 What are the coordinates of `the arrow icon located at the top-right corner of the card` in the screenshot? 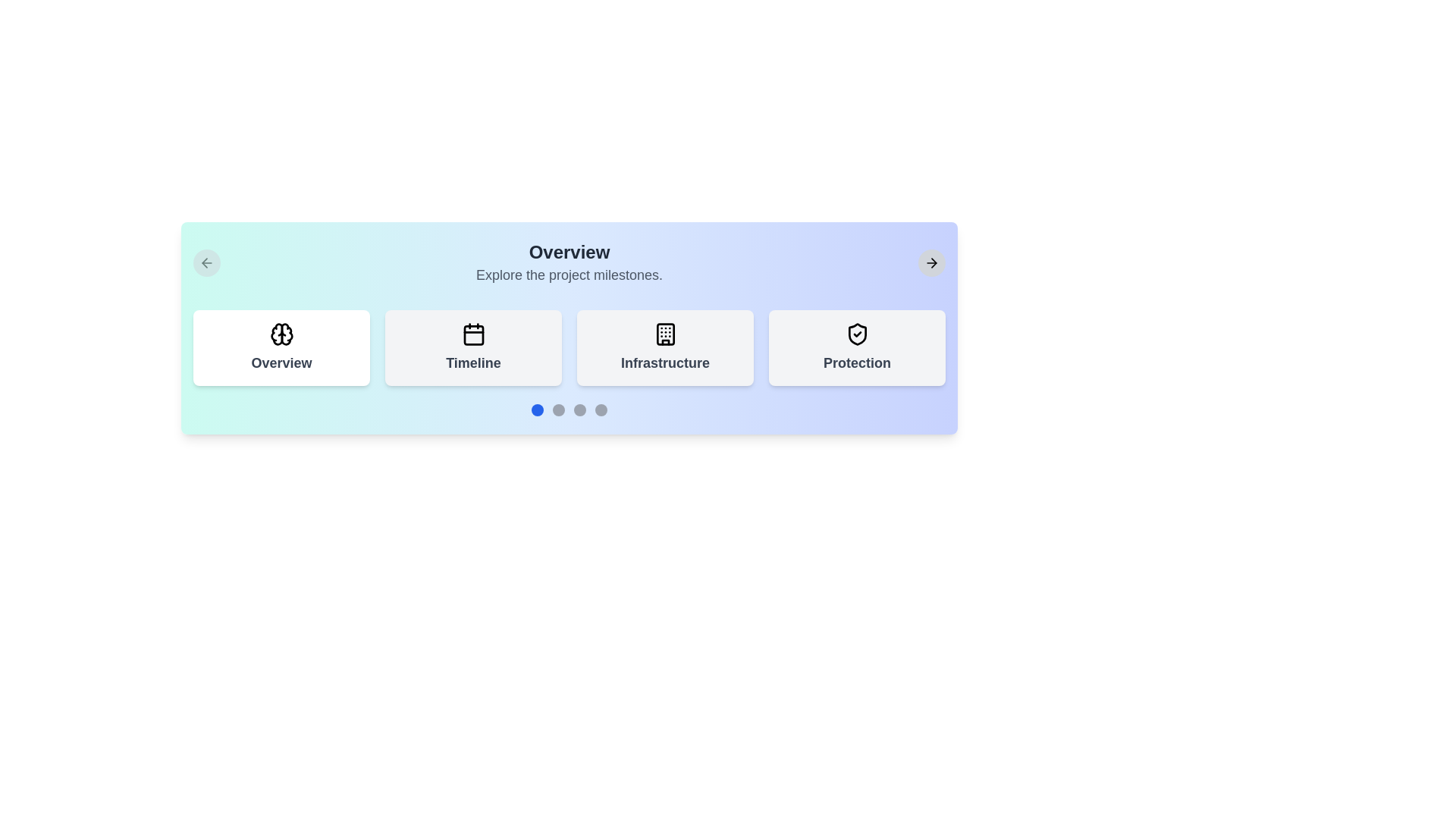 It's located at (930, 262).